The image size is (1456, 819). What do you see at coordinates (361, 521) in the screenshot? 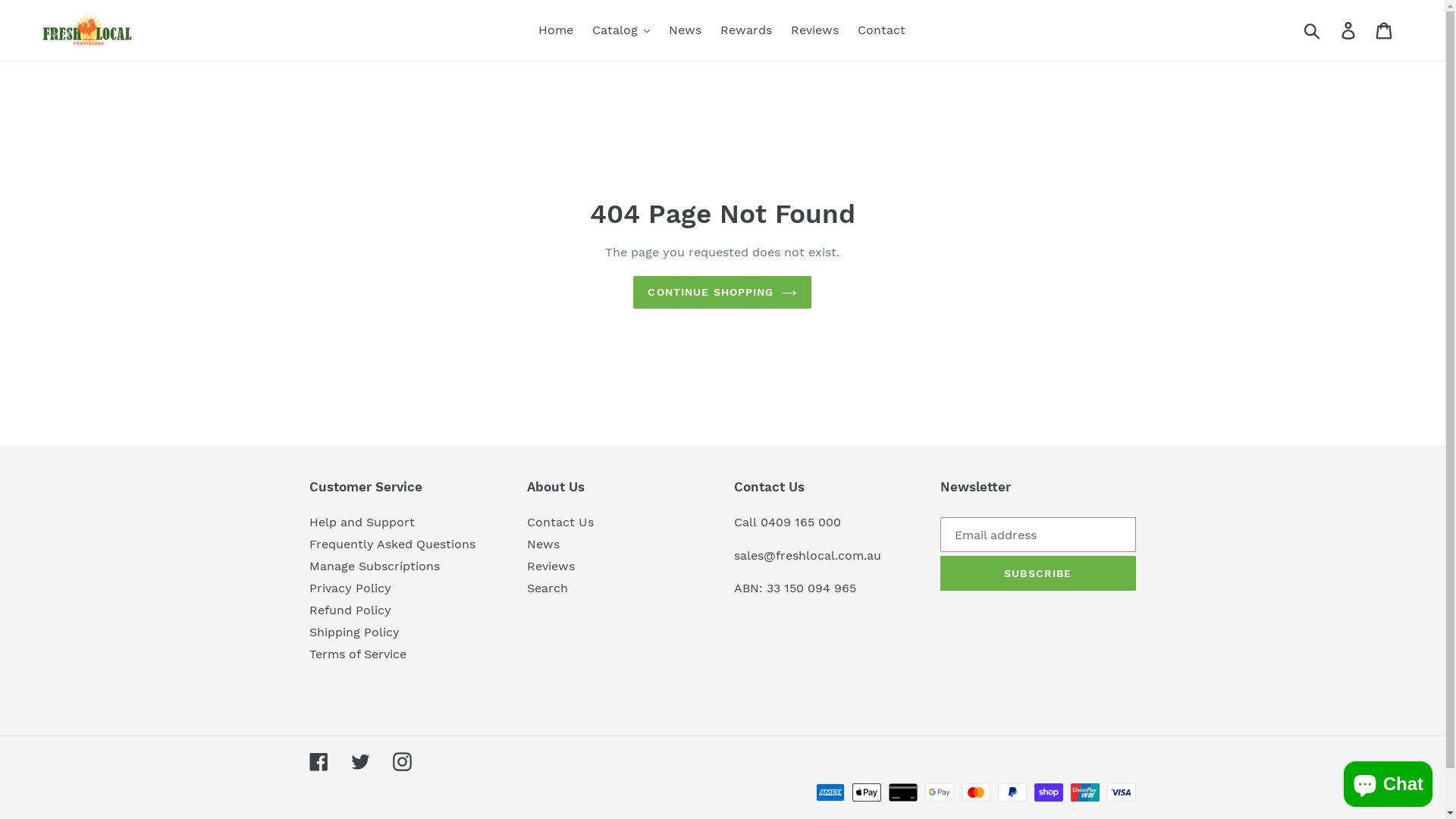
I see `'Help and Support'` at bounding box center [361, 521].